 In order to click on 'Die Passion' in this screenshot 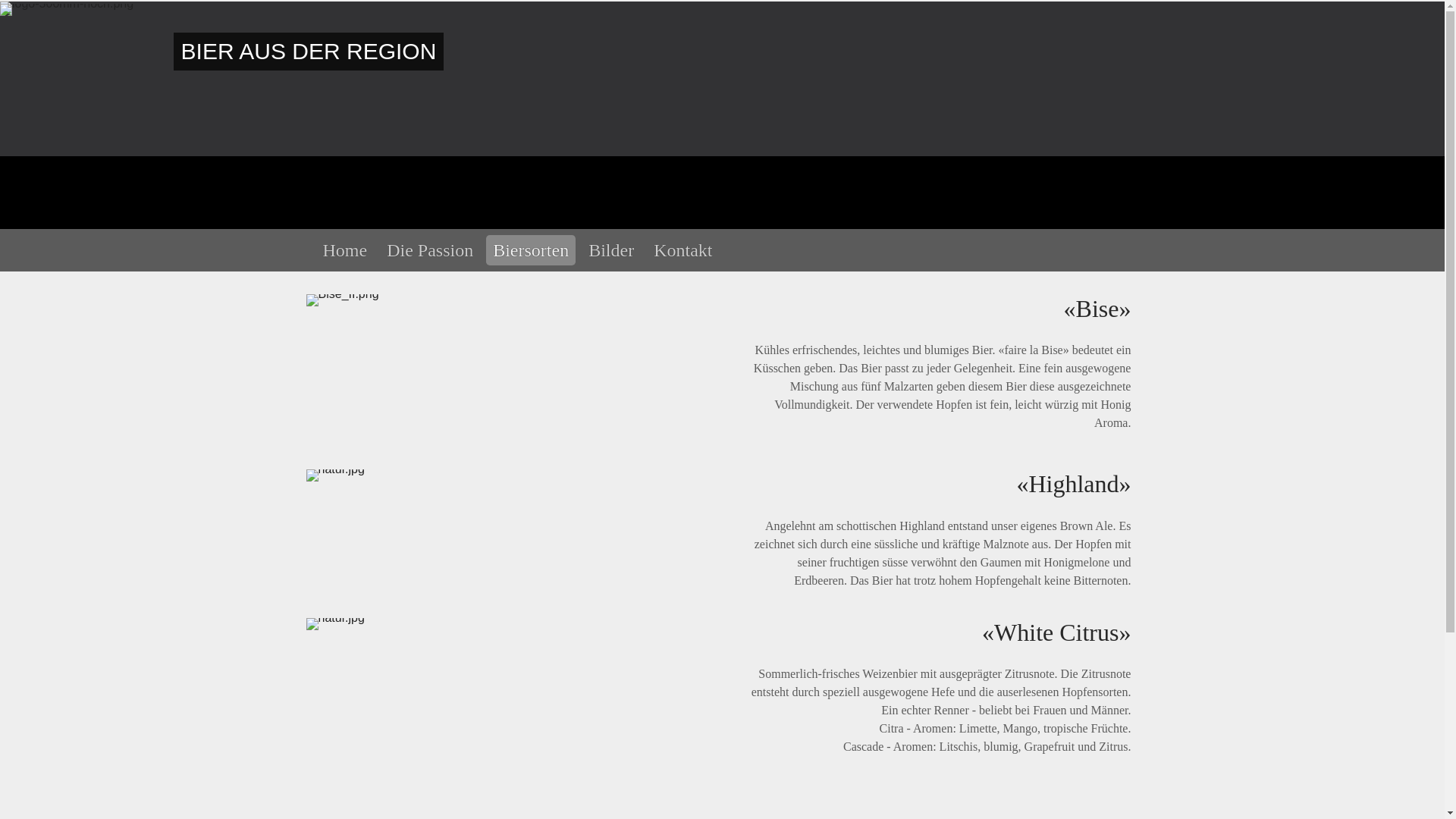, I will do `click(428, 249)`.